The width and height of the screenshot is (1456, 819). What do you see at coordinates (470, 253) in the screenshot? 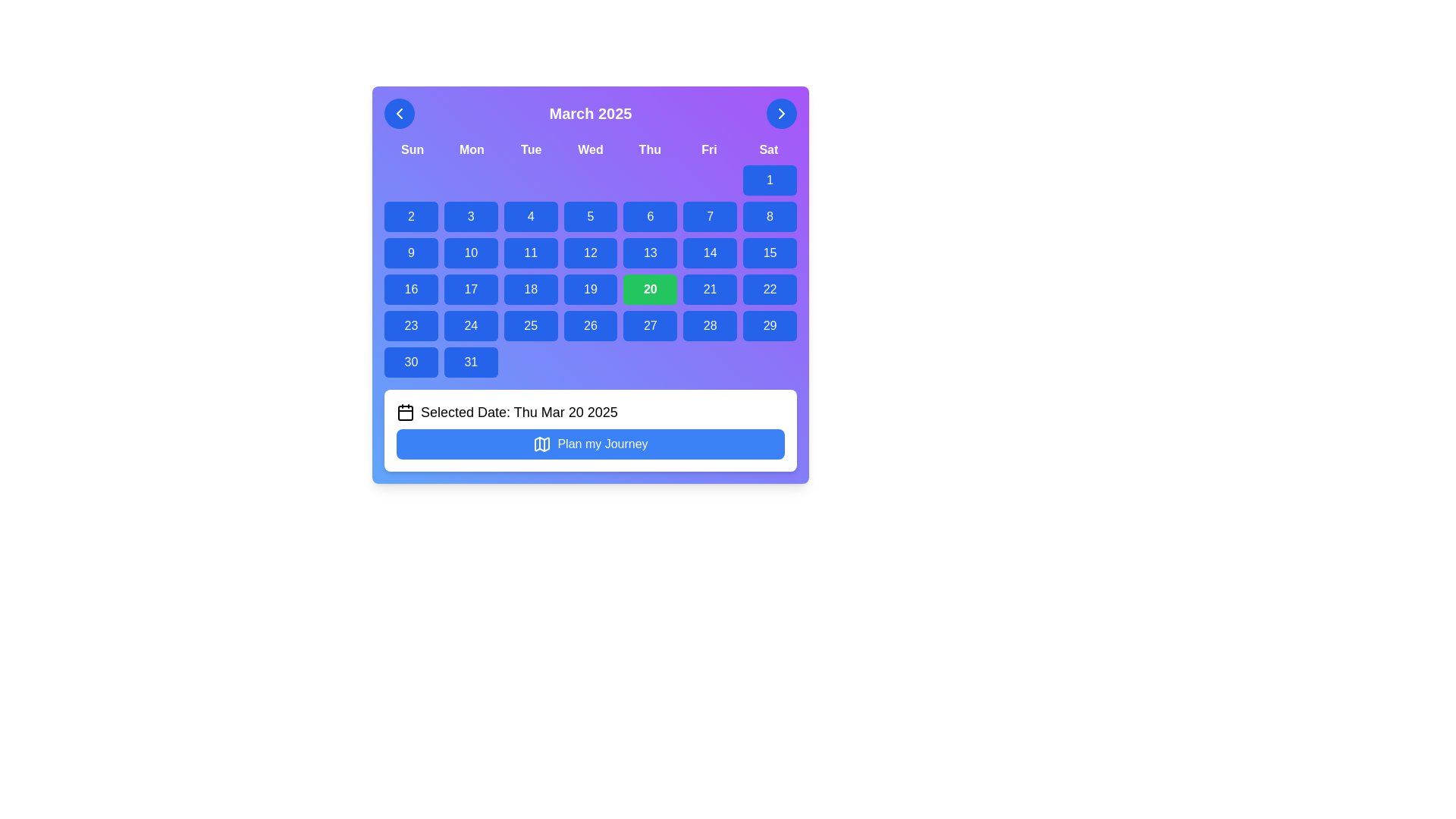
I see `the calendar date button located in the second row and fourth column of the grid` at bounding box center [470, 253].